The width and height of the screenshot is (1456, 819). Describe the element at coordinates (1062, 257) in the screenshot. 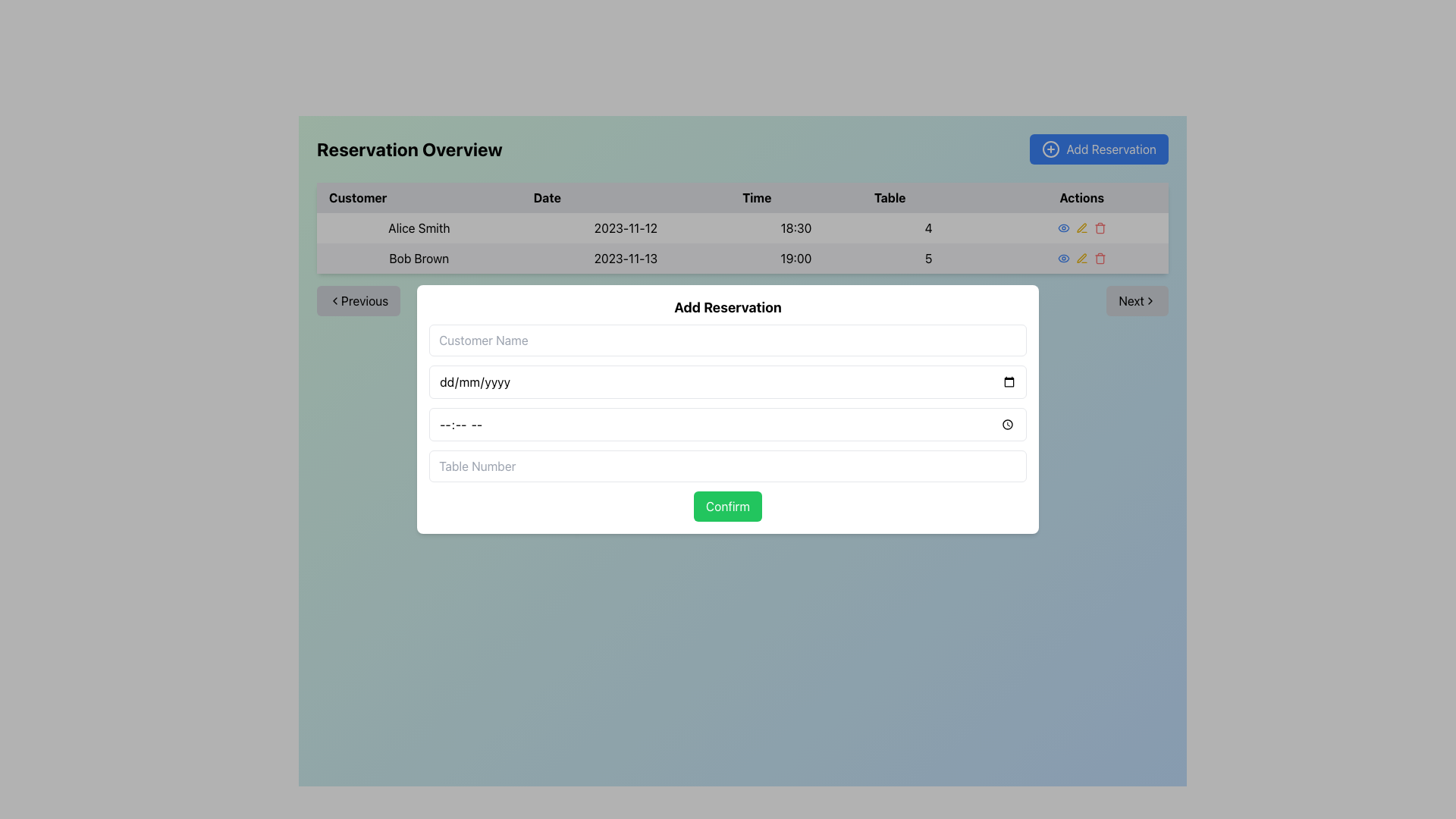

I see `the Icon button located in the 'Actions' column of the second row in the table` at that location.